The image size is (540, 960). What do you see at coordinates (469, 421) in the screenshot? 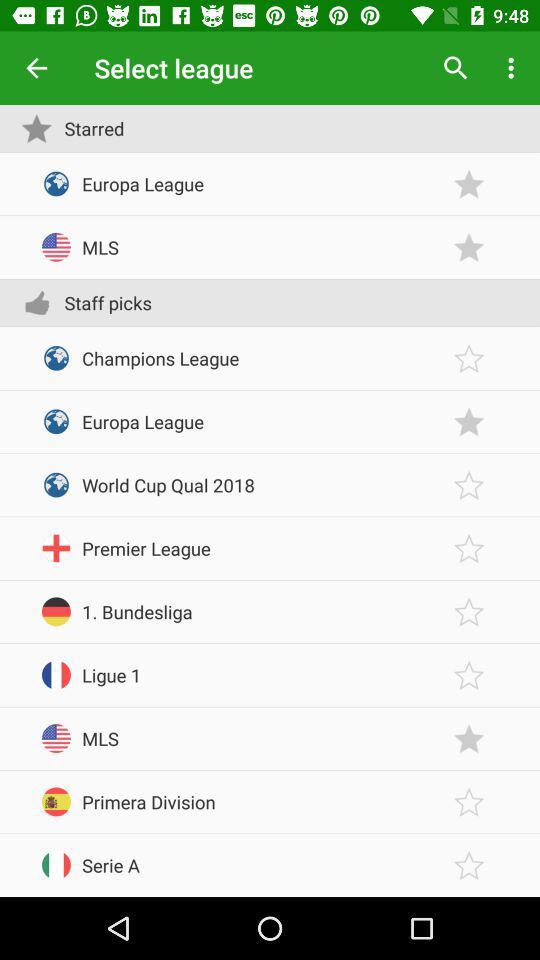
I see `to favorites` at bounding box center [469, 421].